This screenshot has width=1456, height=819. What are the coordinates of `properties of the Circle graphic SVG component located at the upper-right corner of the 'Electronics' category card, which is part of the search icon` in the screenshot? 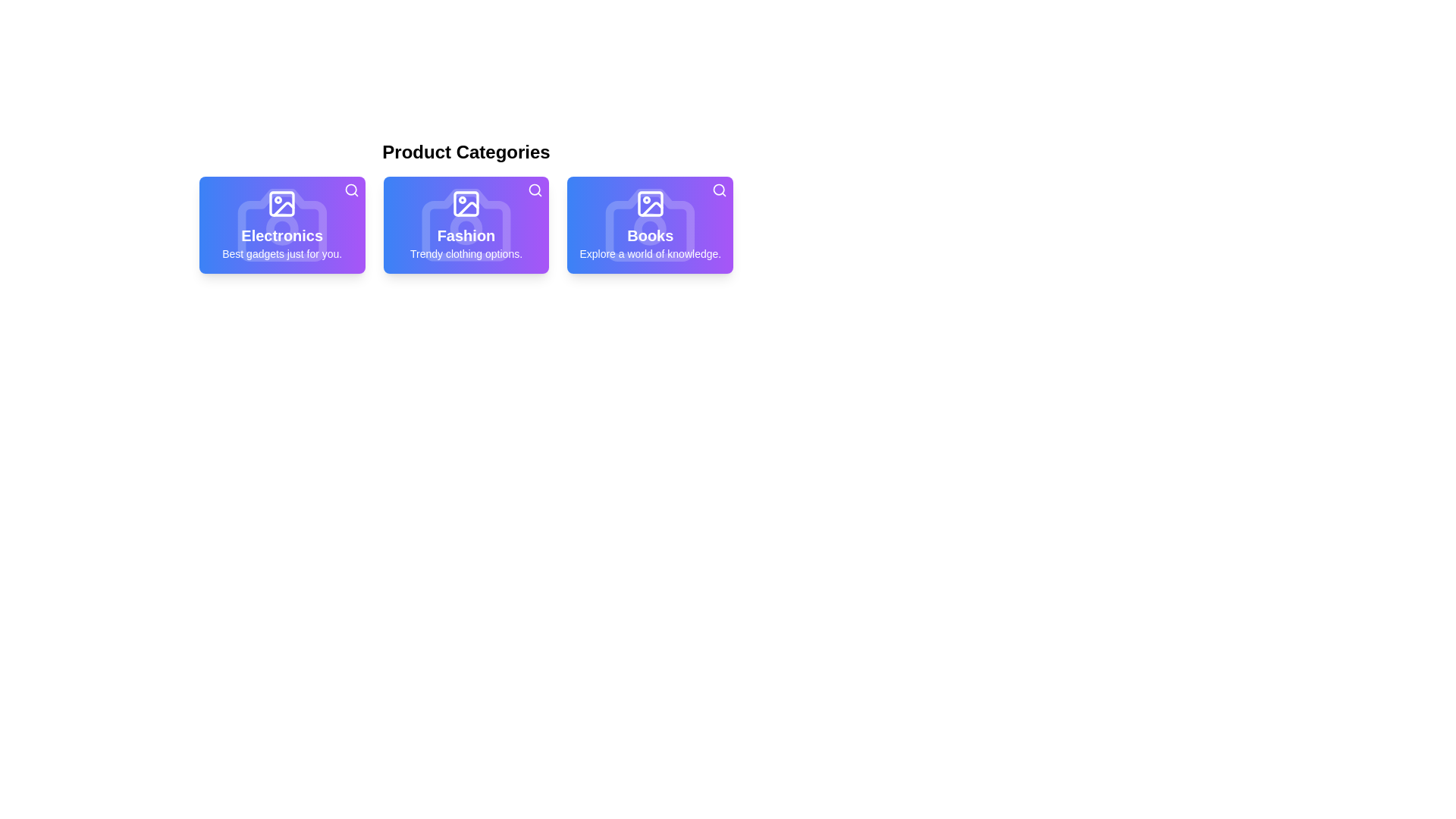 It's located at (350, 189).